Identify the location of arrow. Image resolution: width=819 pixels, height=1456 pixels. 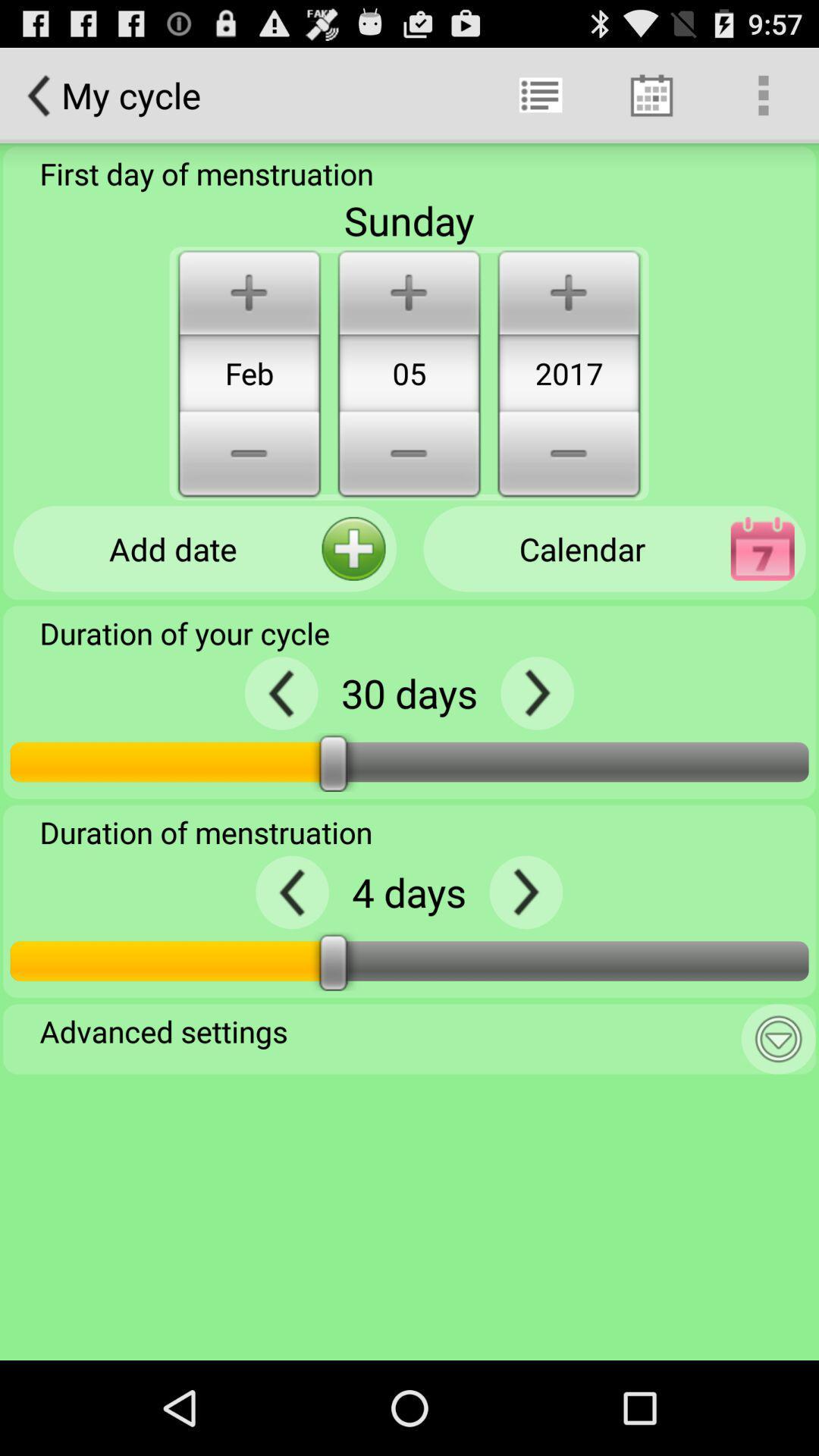
(536, 692).